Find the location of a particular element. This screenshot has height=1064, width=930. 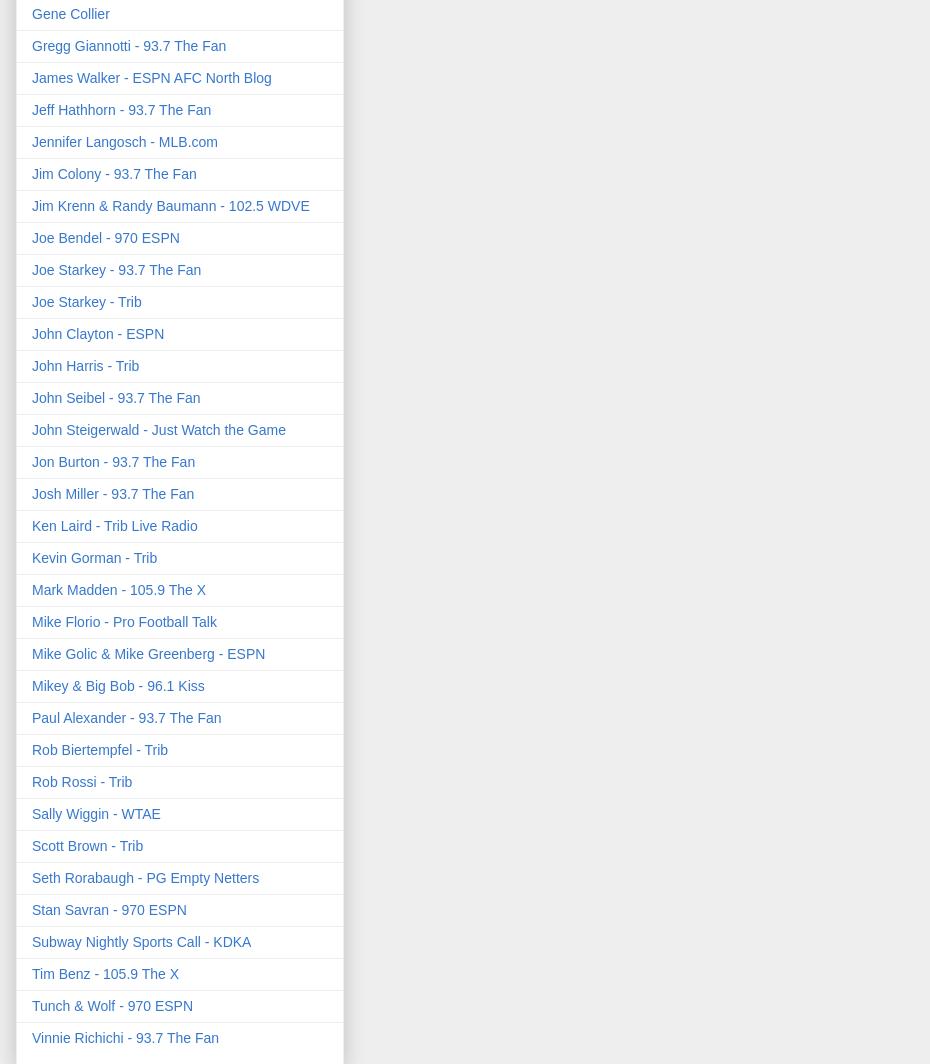

'John Steigerwald - Just Watch the Game' is located at coordinates (157, 429).